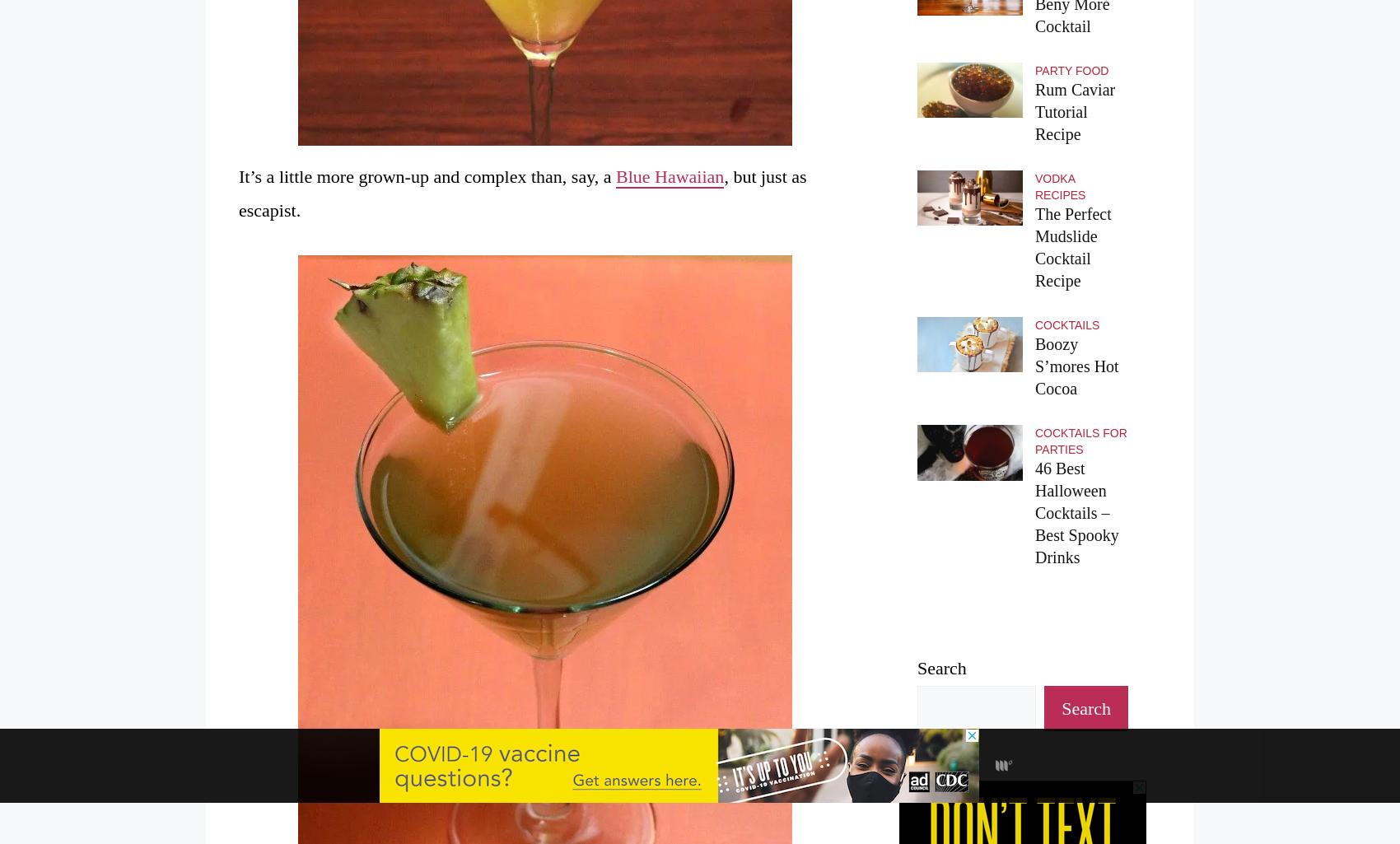 Image resolution: width=1400 pixels, height=844 pixels. Describe the element at coordinates (521, 192) in the screenshot. I see `', but just as escapist.'` at that location.